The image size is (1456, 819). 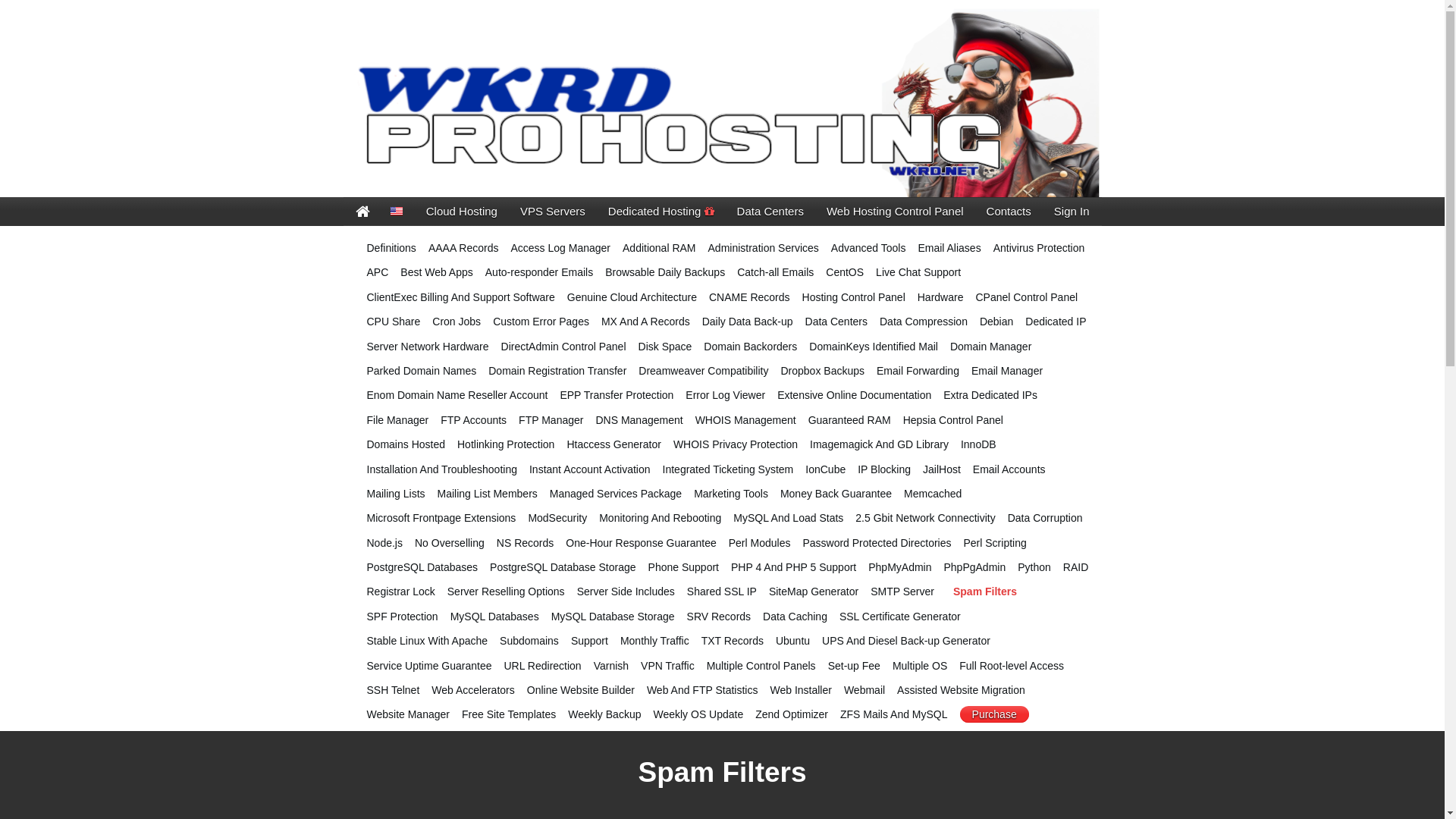 What do you see at coordinates (506, 590) in the screenshot?
I see `'Server Reselling Options'` at bounding box center [506, 590].